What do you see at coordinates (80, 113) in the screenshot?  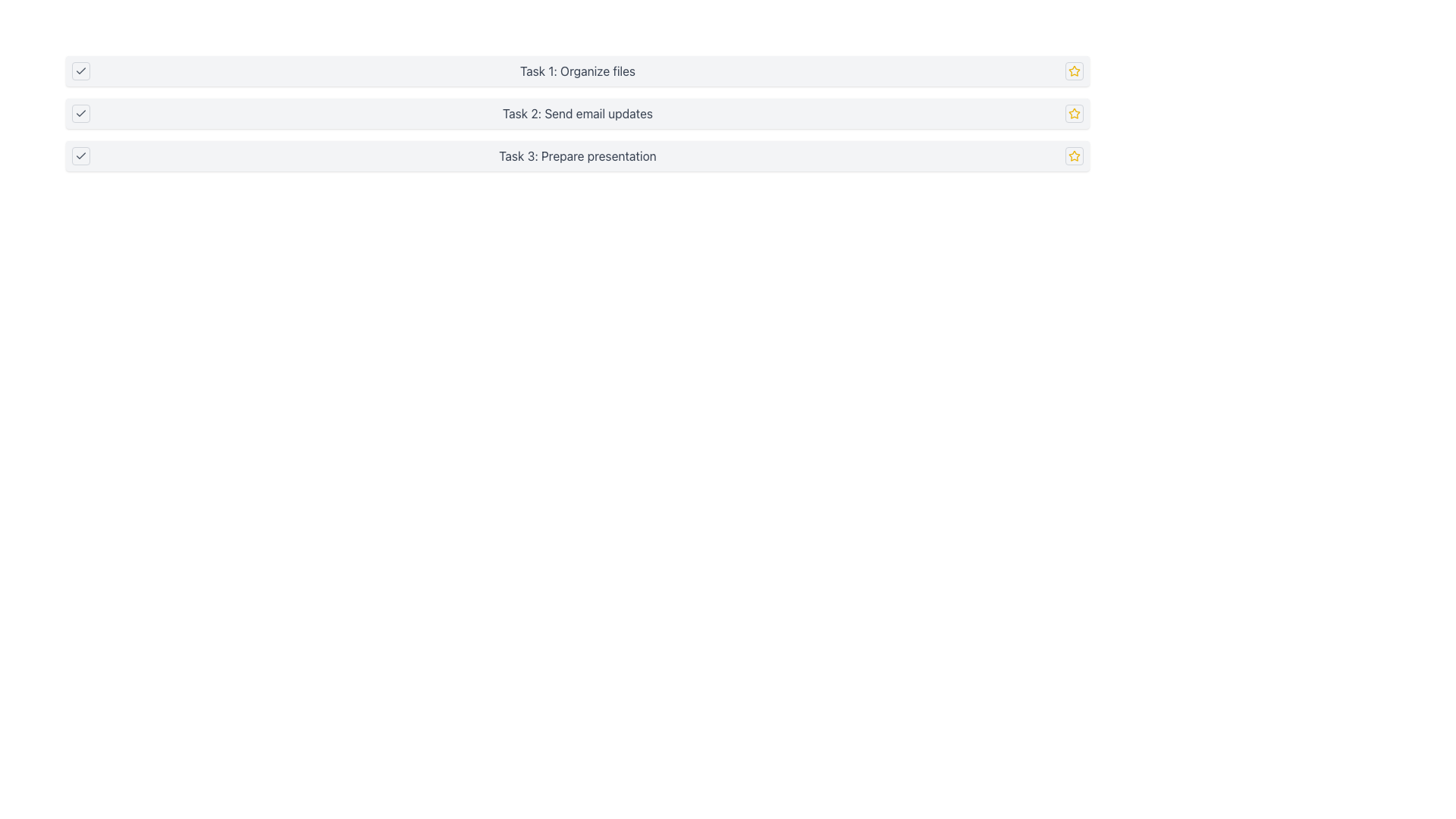 I see `the interactive checkbox located to the left of the text for 'Task 2: Send email updates'` at bounding box center [80, 113].